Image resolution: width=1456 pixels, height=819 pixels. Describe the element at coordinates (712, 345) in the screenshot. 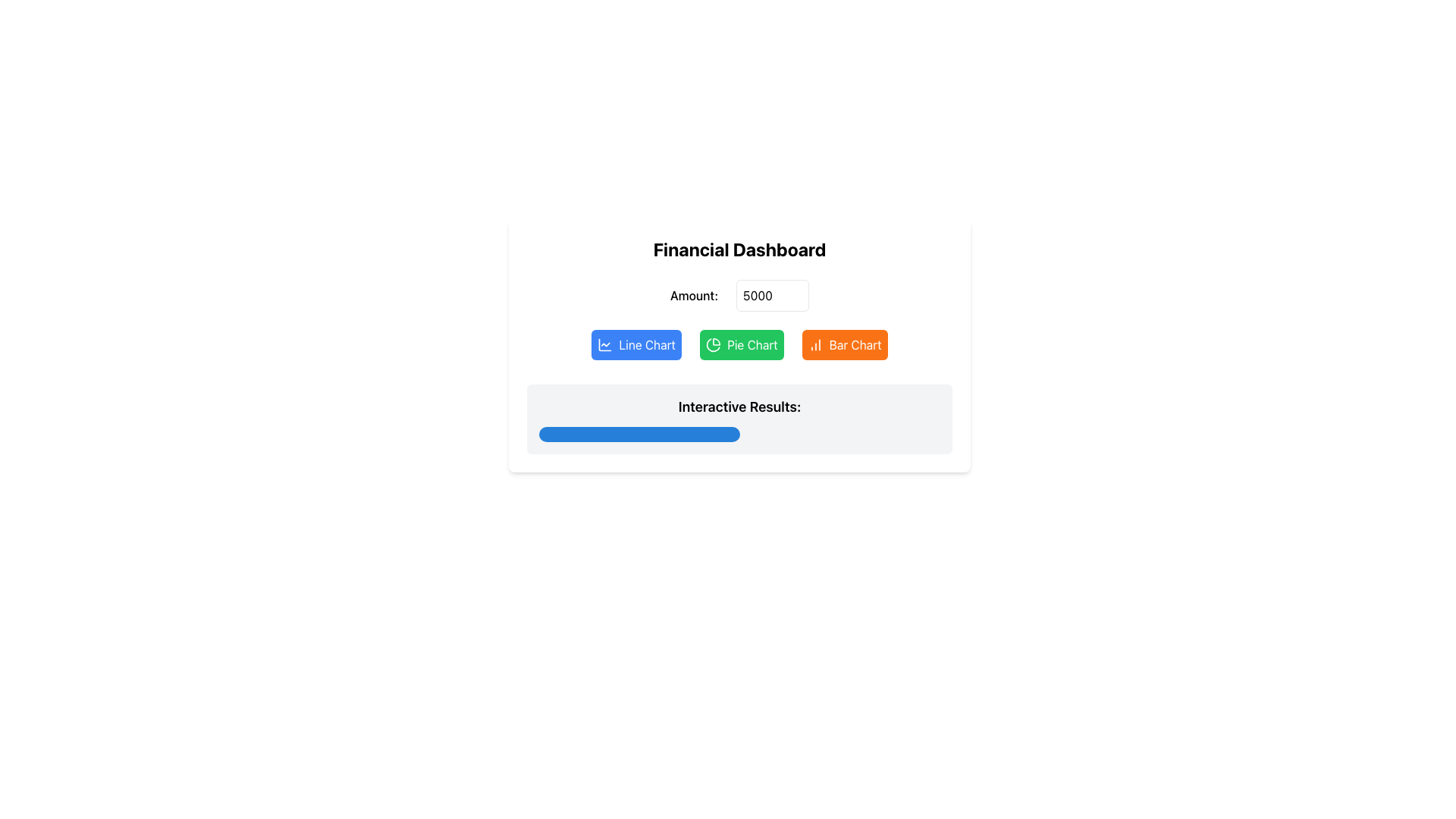

I see `the green button labeled 'Pie Chart' which contains the pie chart icon, located centrally among the three colored buttons under the 'Amount' input field` at that location.